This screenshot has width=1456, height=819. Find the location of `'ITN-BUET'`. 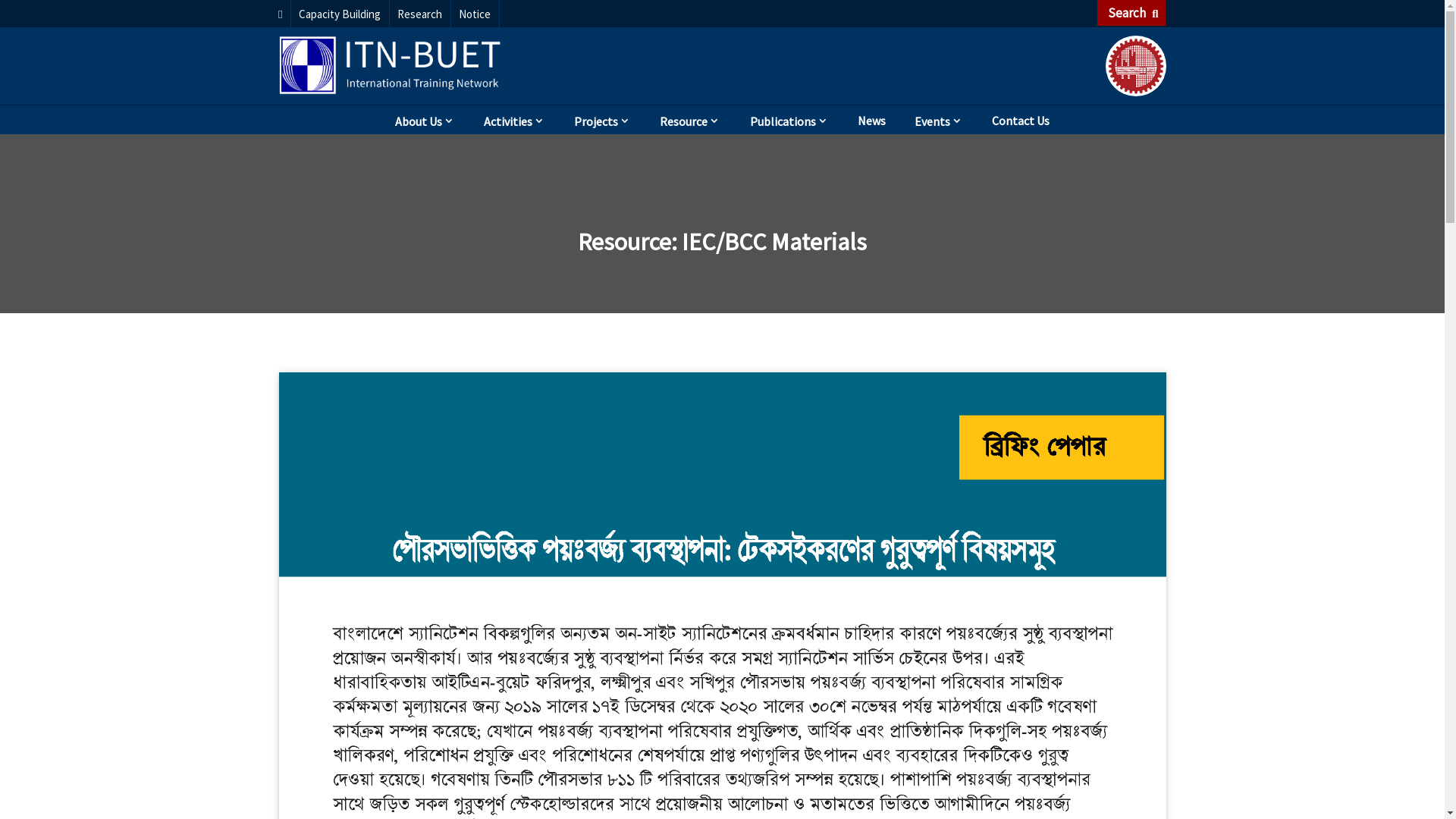

'ITN-BUET' is located at coordinates (390, 64).